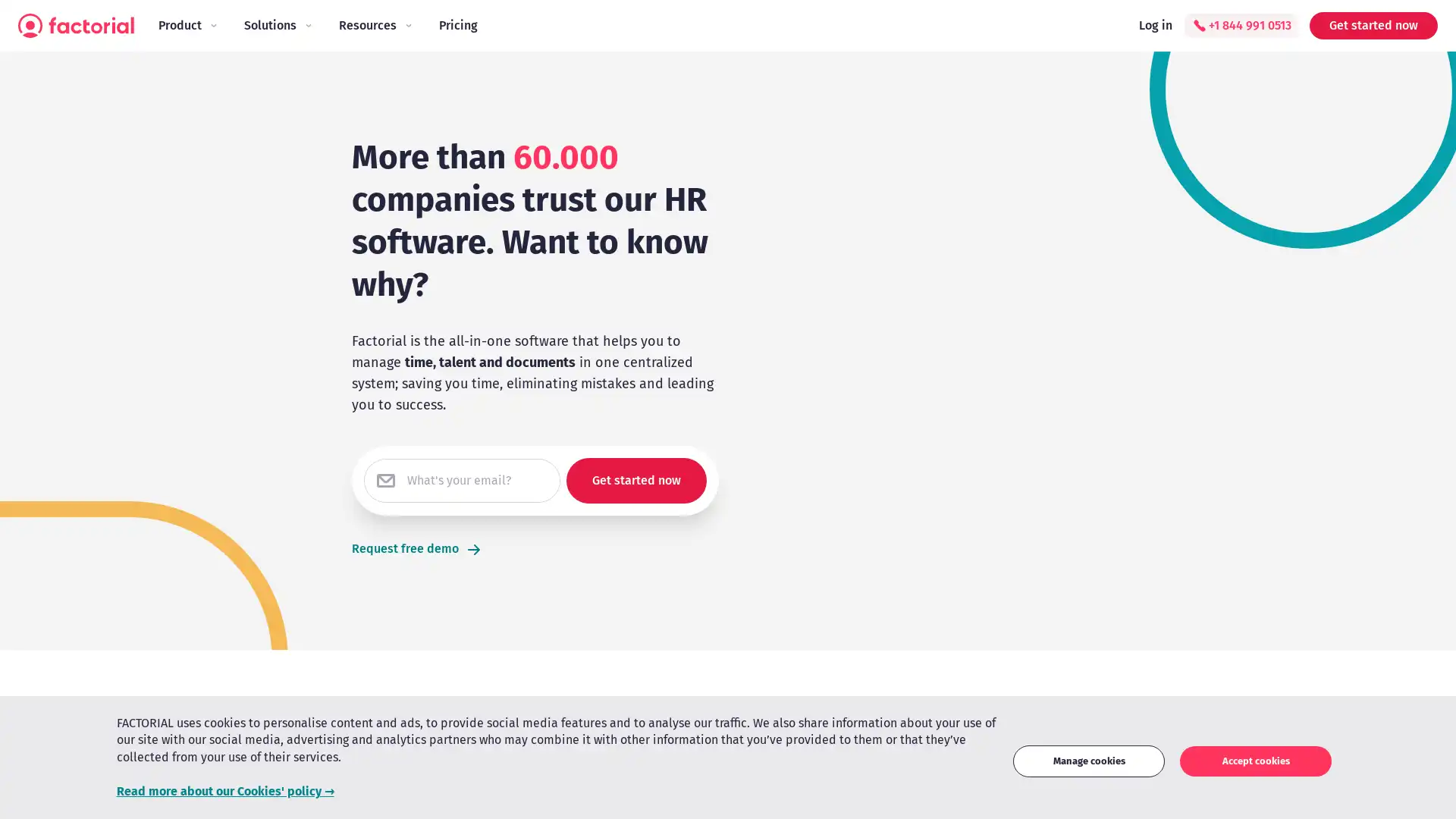 Image resolution: width=1456 pixels, height=819 pixels. What do you see at coordinates (1087, 761) in the screenshot?
I see `Manage cookies` at bounding box center [1087, 761].